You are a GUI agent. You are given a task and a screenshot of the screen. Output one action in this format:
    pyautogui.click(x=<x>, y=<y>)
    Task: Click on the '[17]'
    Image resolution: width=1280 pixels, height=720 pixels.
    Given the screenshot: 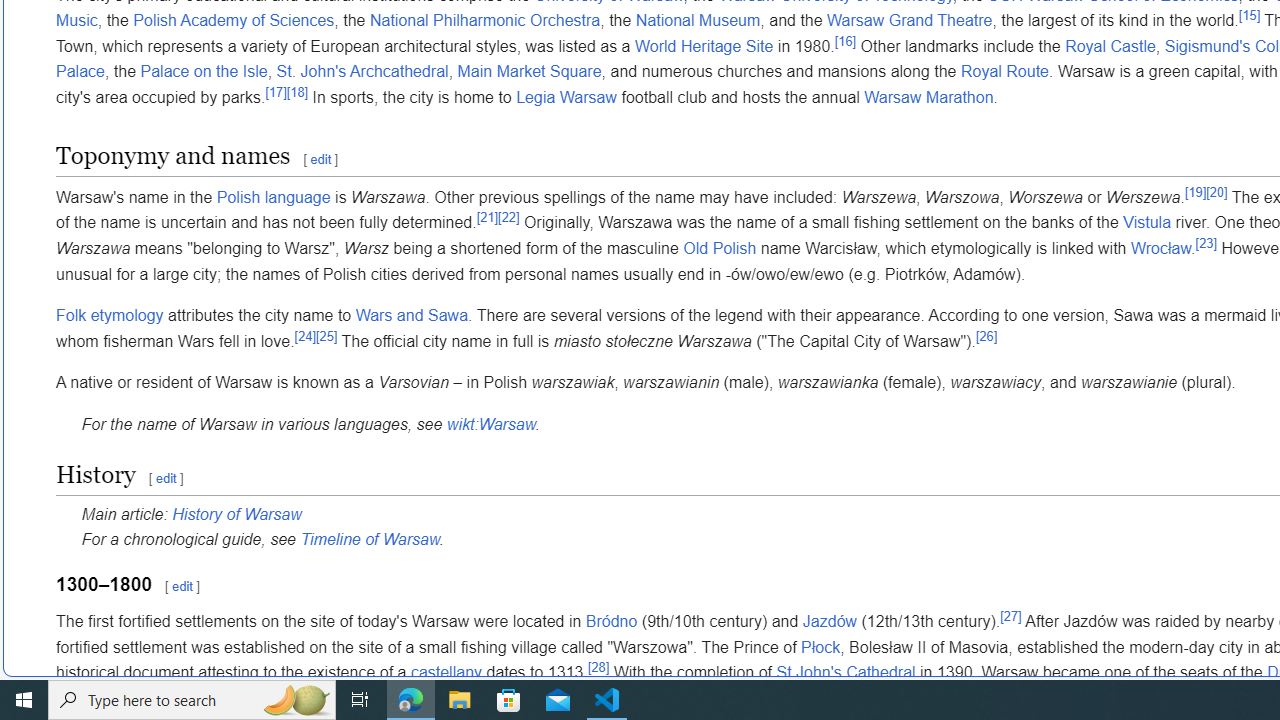 What is the action you would take?
    pyautogui.click(x=274, y=92)
    